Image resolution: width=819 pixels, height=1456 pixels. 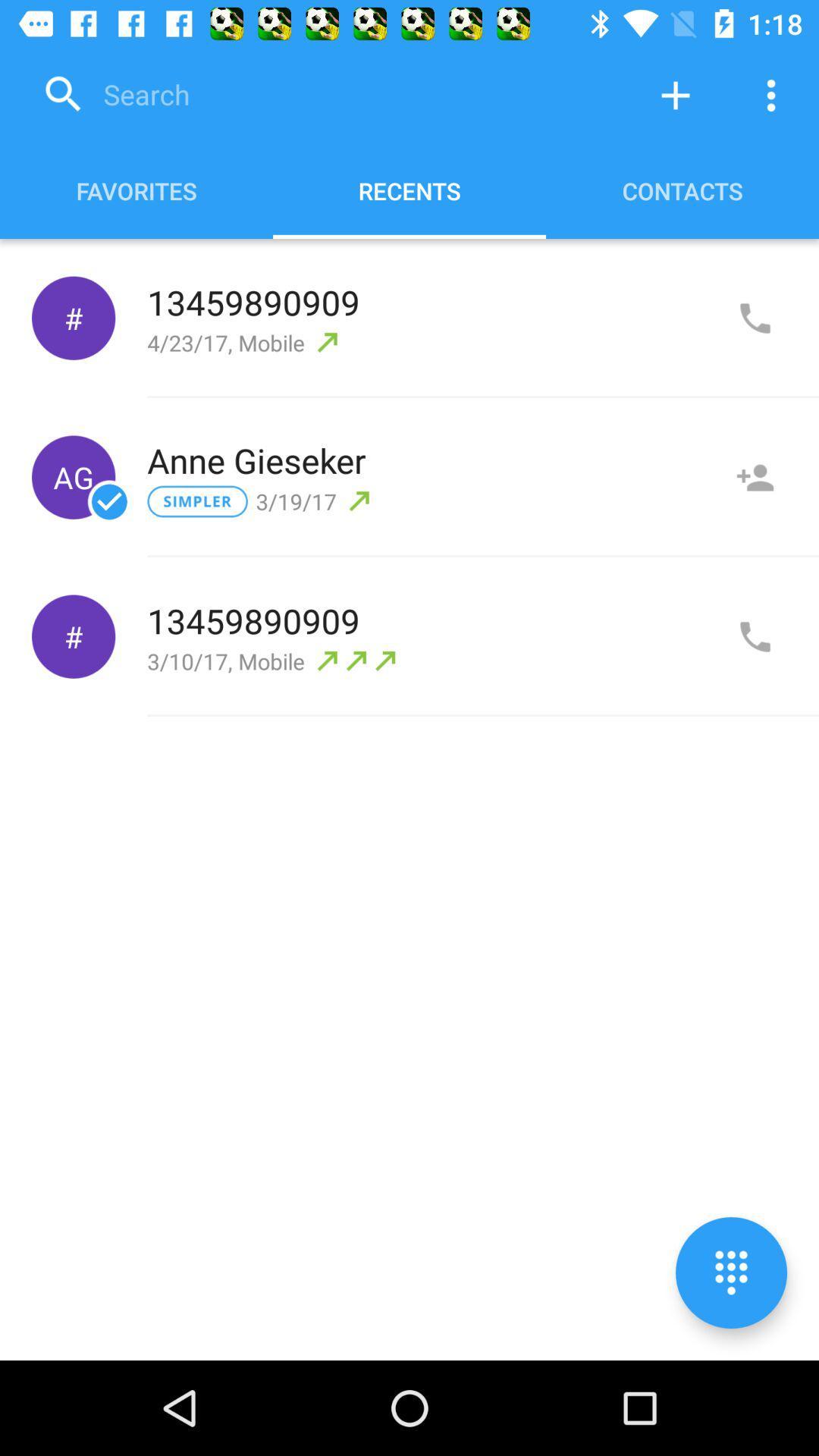 I want to click on profile, so click(x=755, y=476).